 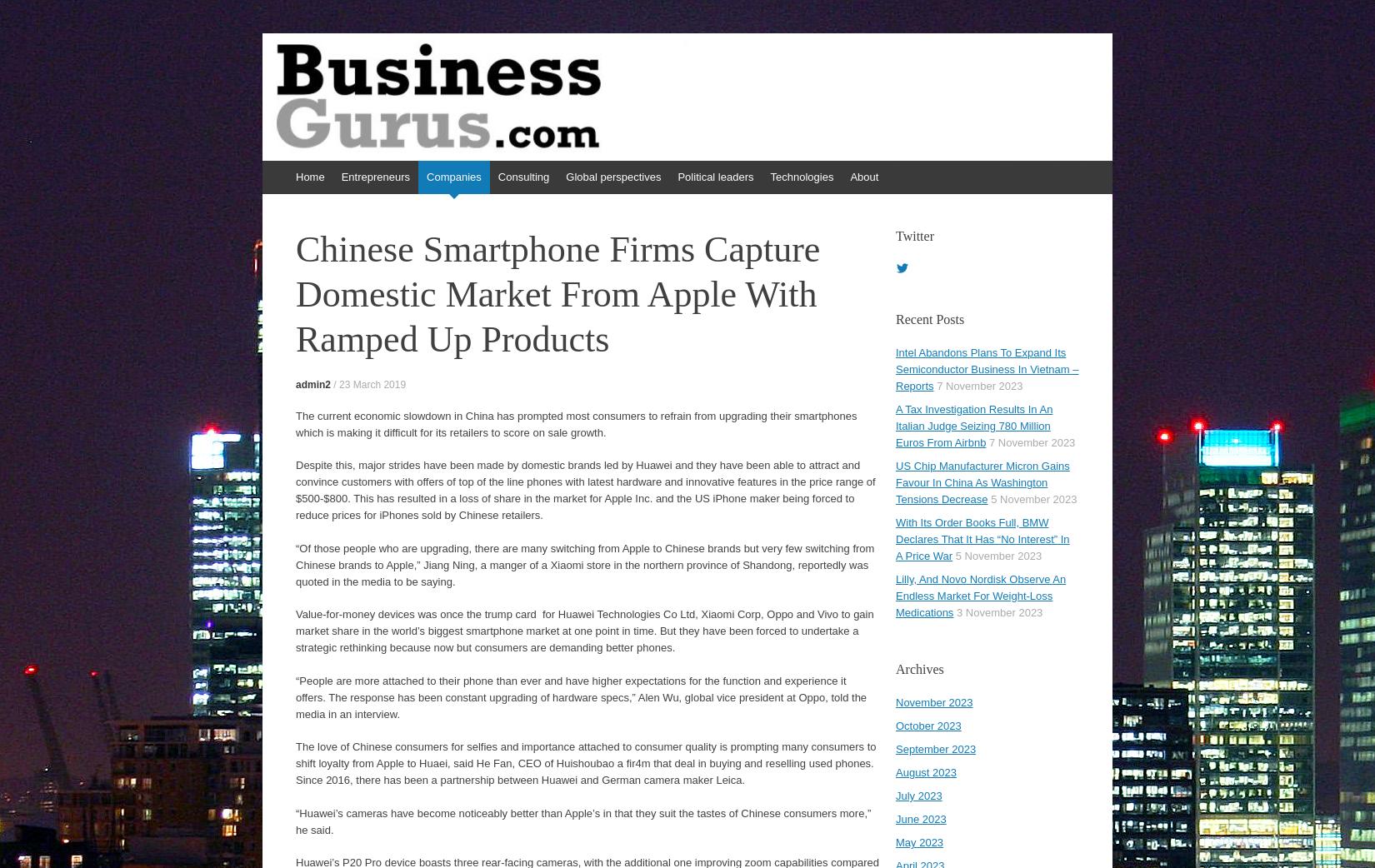 What do you see at coordinates (934, 702) in the screenshot?
I see `'November 2023'` at bounding box center [934, 702].